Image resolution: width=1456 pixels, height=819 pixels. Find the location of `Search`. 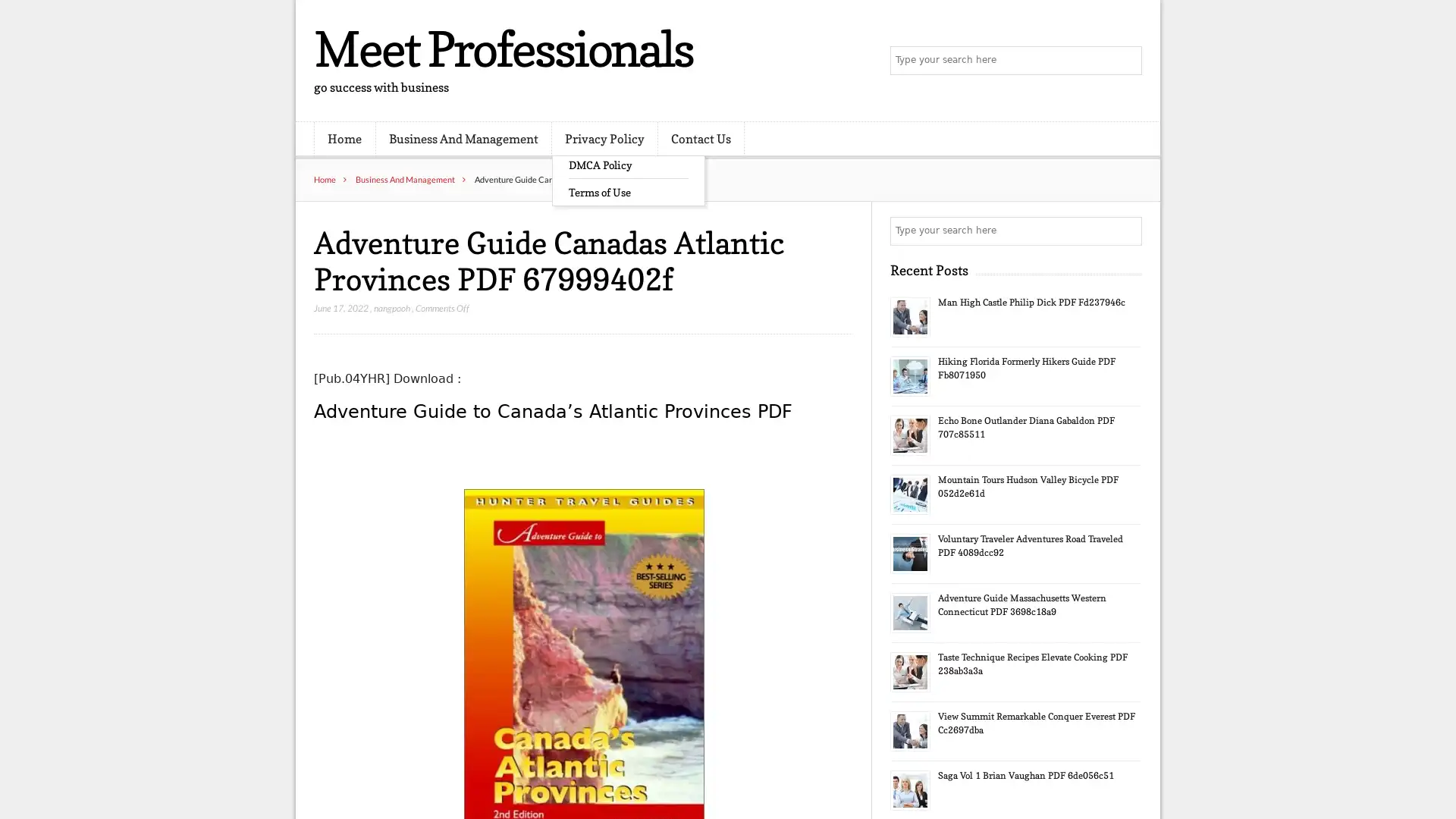

Search is located at coordinates (1126, 231).